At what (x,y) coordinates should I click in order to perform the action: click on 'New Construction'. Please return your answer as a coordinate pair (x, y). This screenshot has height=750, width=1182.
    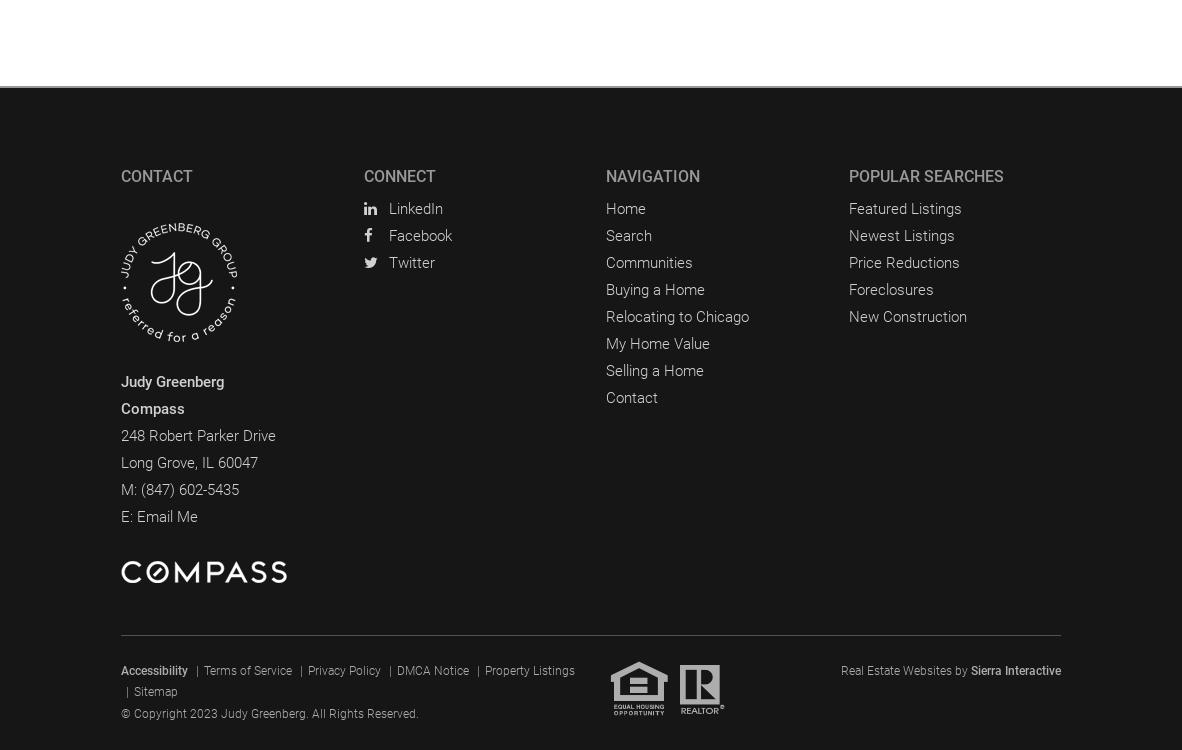
    Looking at the image, I should click on (906, 314).